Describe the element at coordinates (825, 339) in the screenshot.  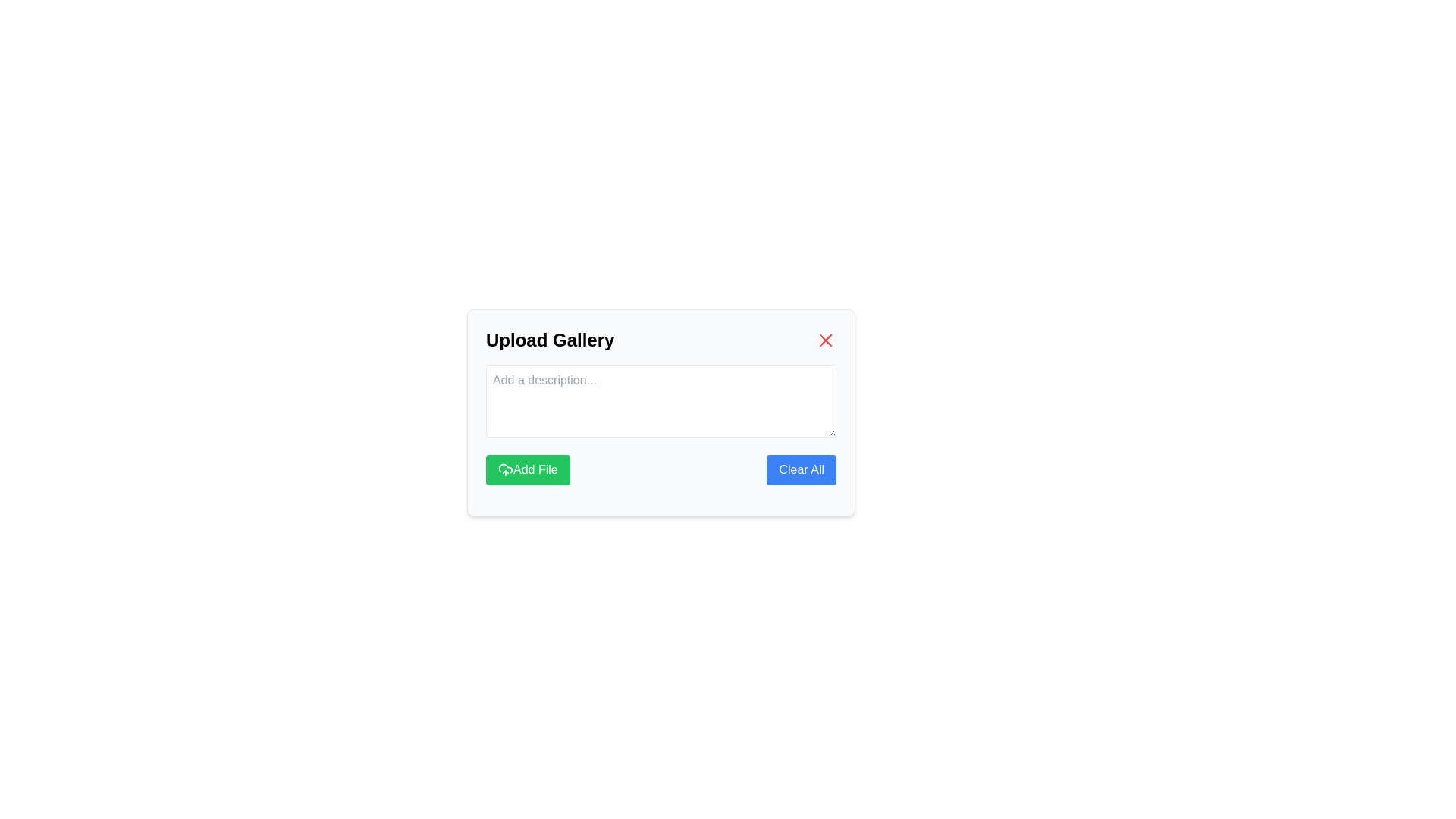
I see `the red 'X' close button located in the top-right corner of the white upload gallery modal` at that location.